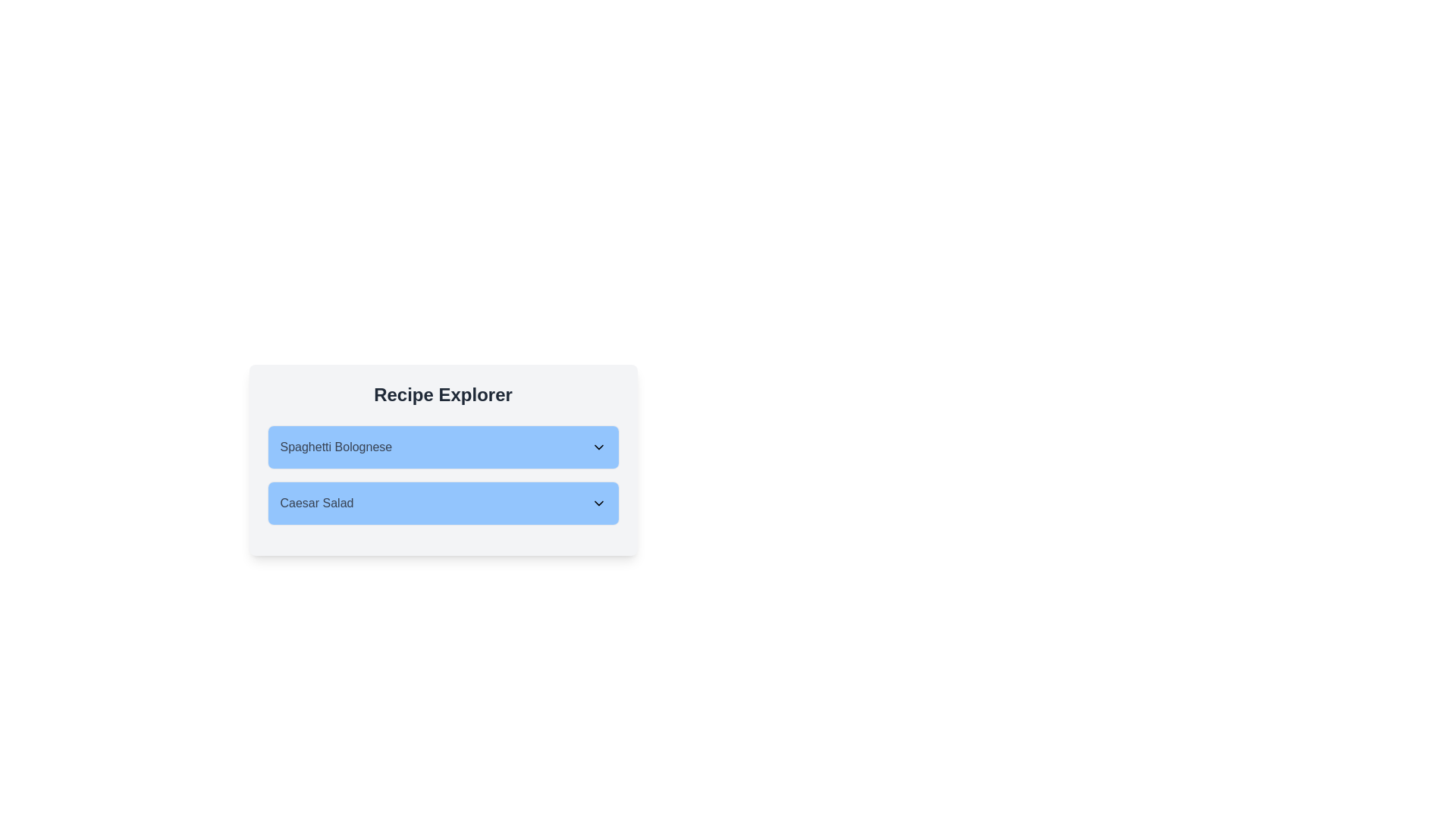 The image size is (1456, 819). What do you see at coordinates (598, 447) in the screenshot?
I see `the Dropdown toggle chevron icon, a small downward-pointing arrow located near the right edge of the blue area containing 'Spaghetti Bolognese'` at bounding box center [598, 447].